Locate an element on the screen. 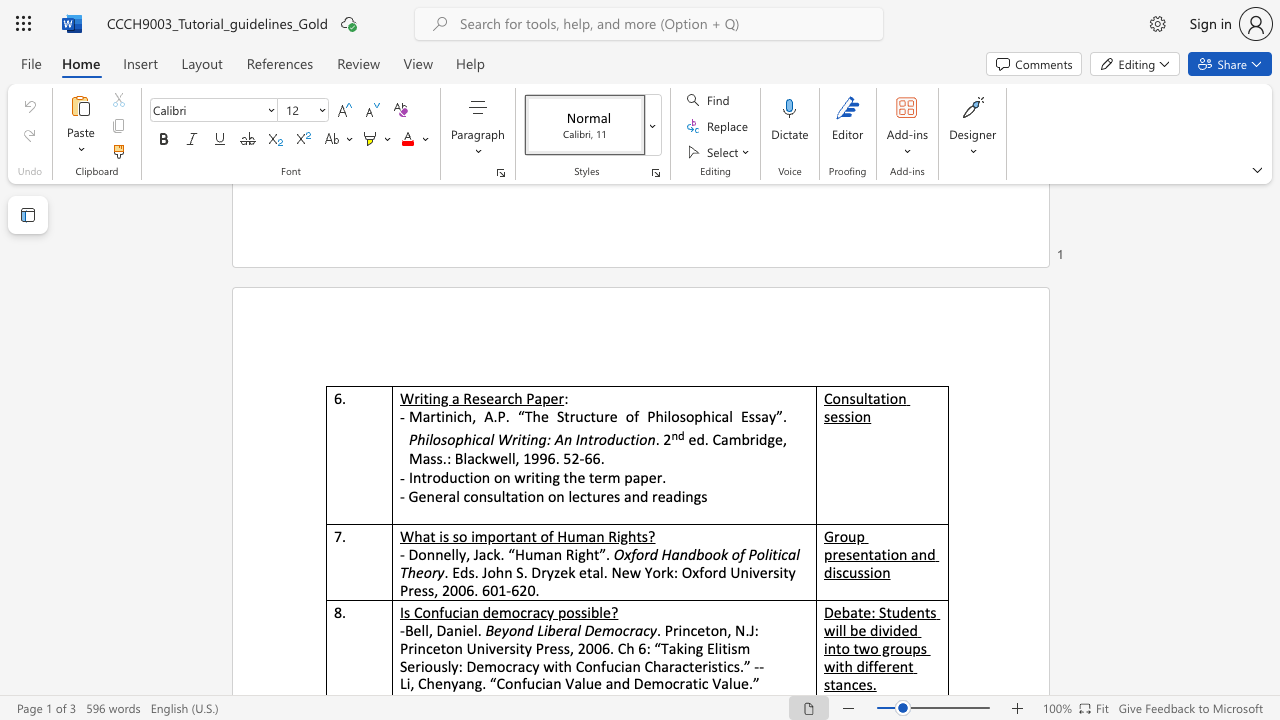 Image resolution: width=1280 pixels, height=720 pixels. the subset text "-62" within the text ". Eds. John S. Dryzek etal. New York: Oxford University Press, 2006. 601-620." is located at coordinates (506, 589).